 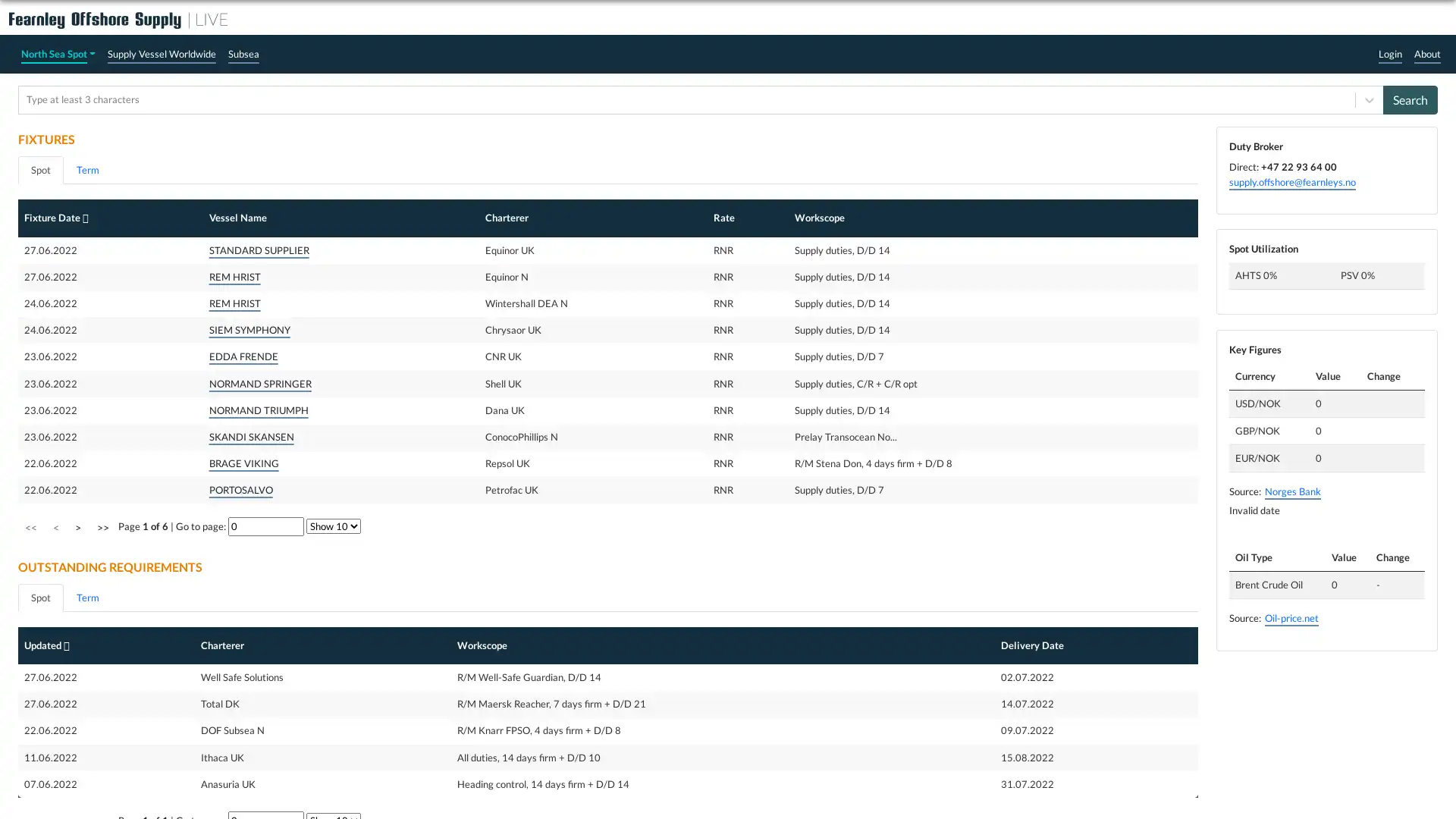 What do you see at coordinates (31, 526) in the screenshot?
I see `<<` at bounding box center [31, 526].